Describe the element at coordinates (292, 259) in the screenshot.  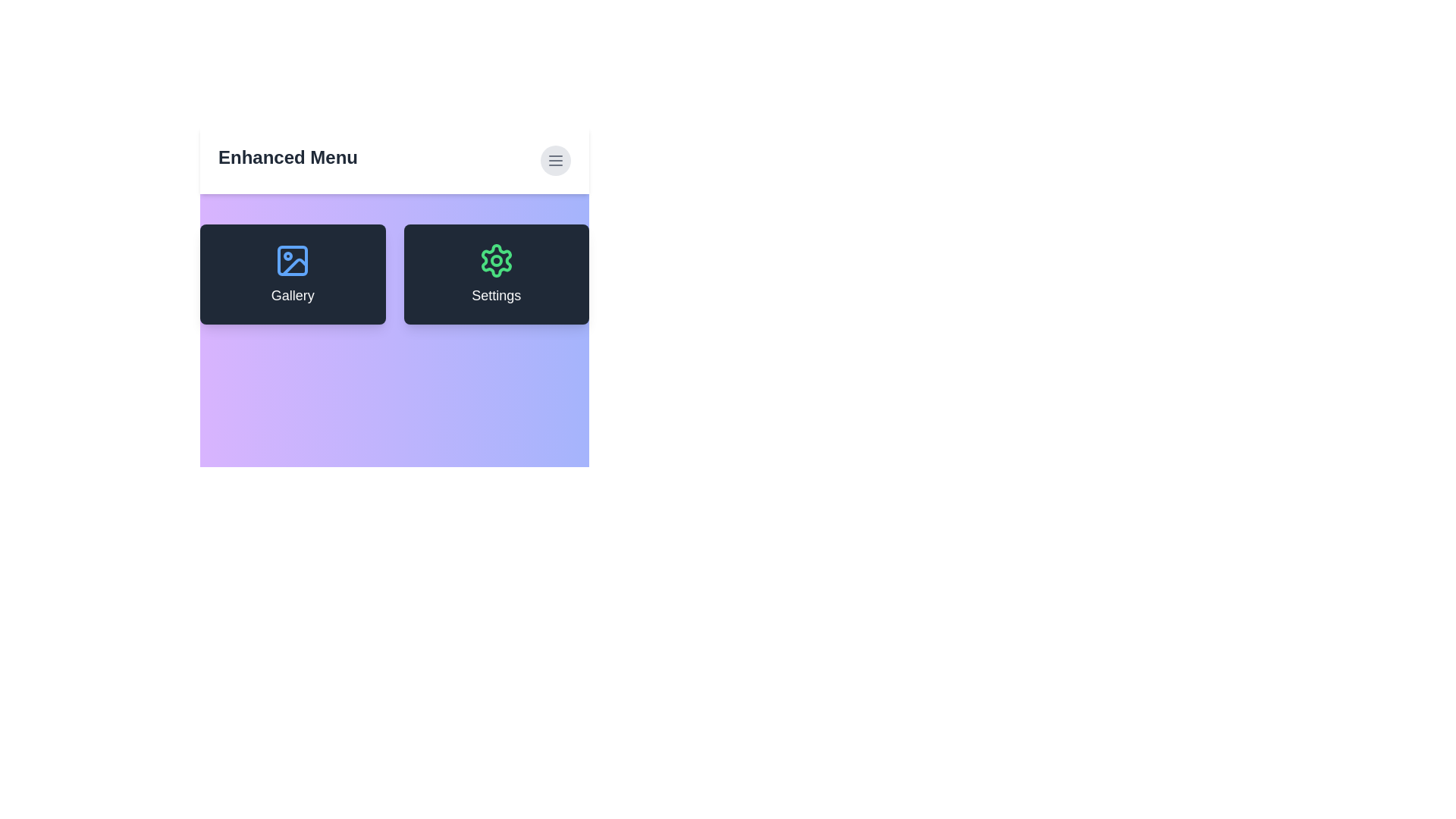
I see `the 'Gallery' icon to observe any visual feedback` at that location.